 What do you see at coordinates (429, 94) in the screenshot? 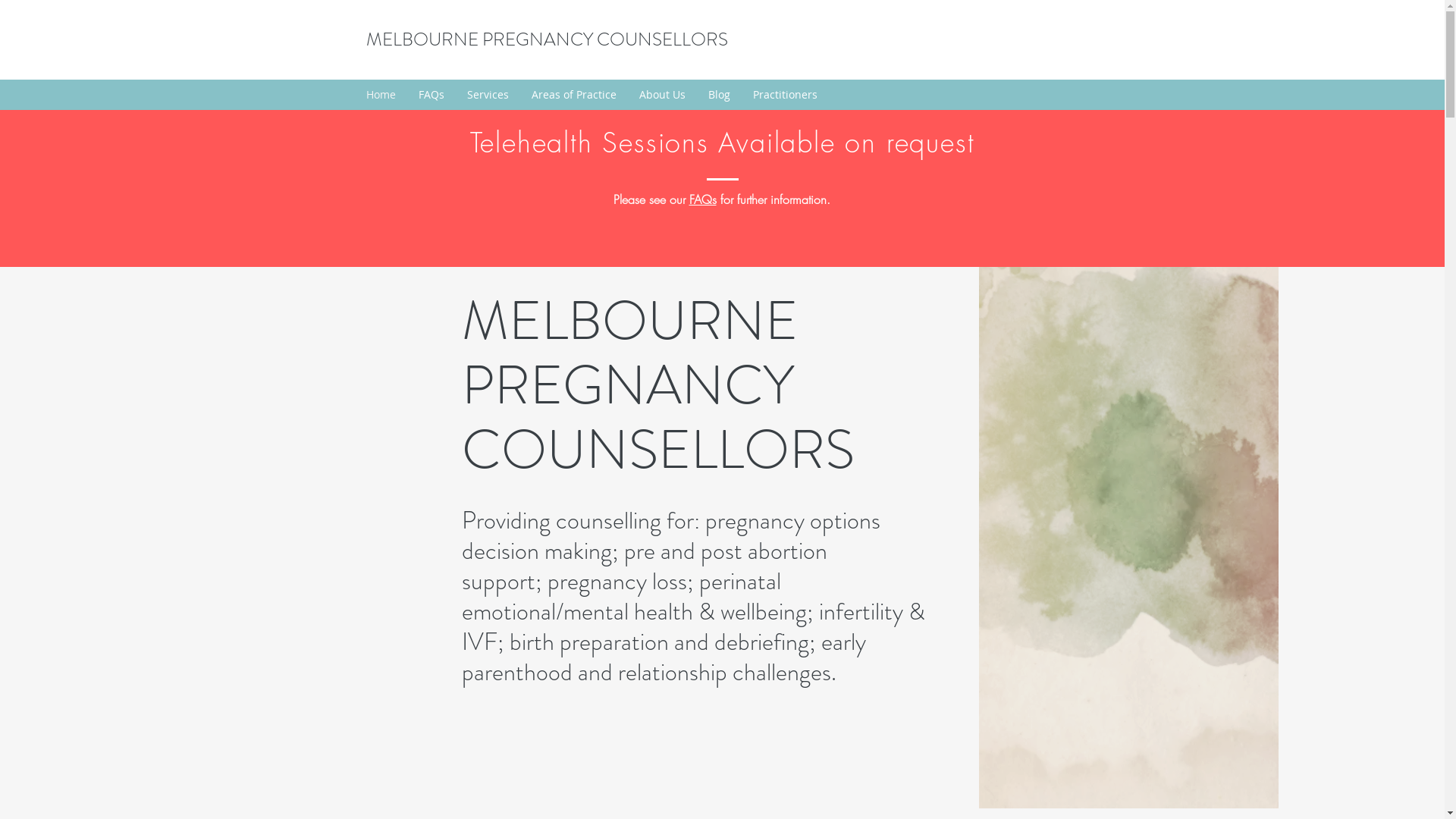
I see `'FAQs'` at bounding box center [429, 94].